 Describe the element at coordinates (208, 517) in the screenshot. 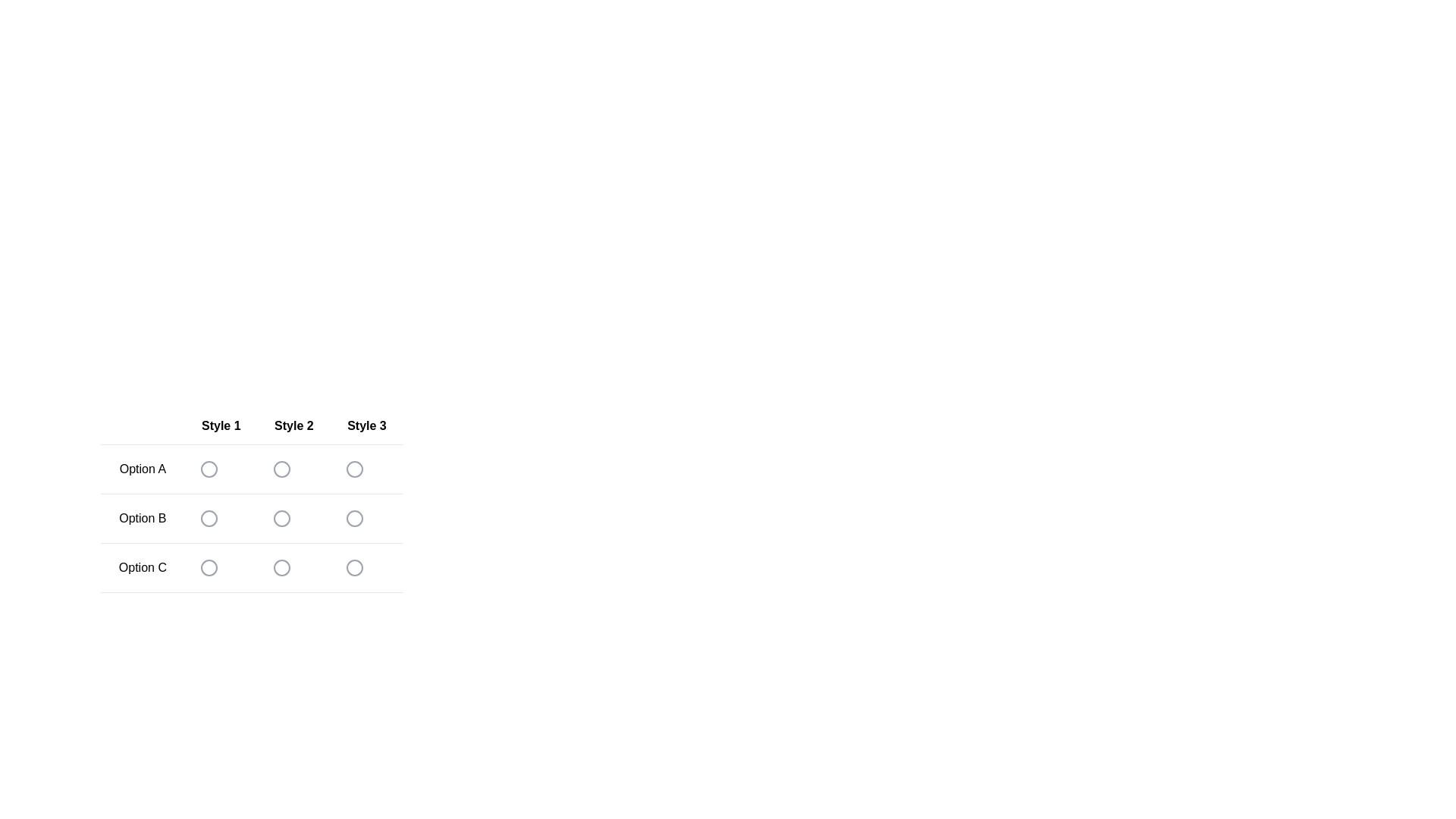

I see `the circular radio button located at the intersection of 'Option B' and 'Style 1'` at that location.